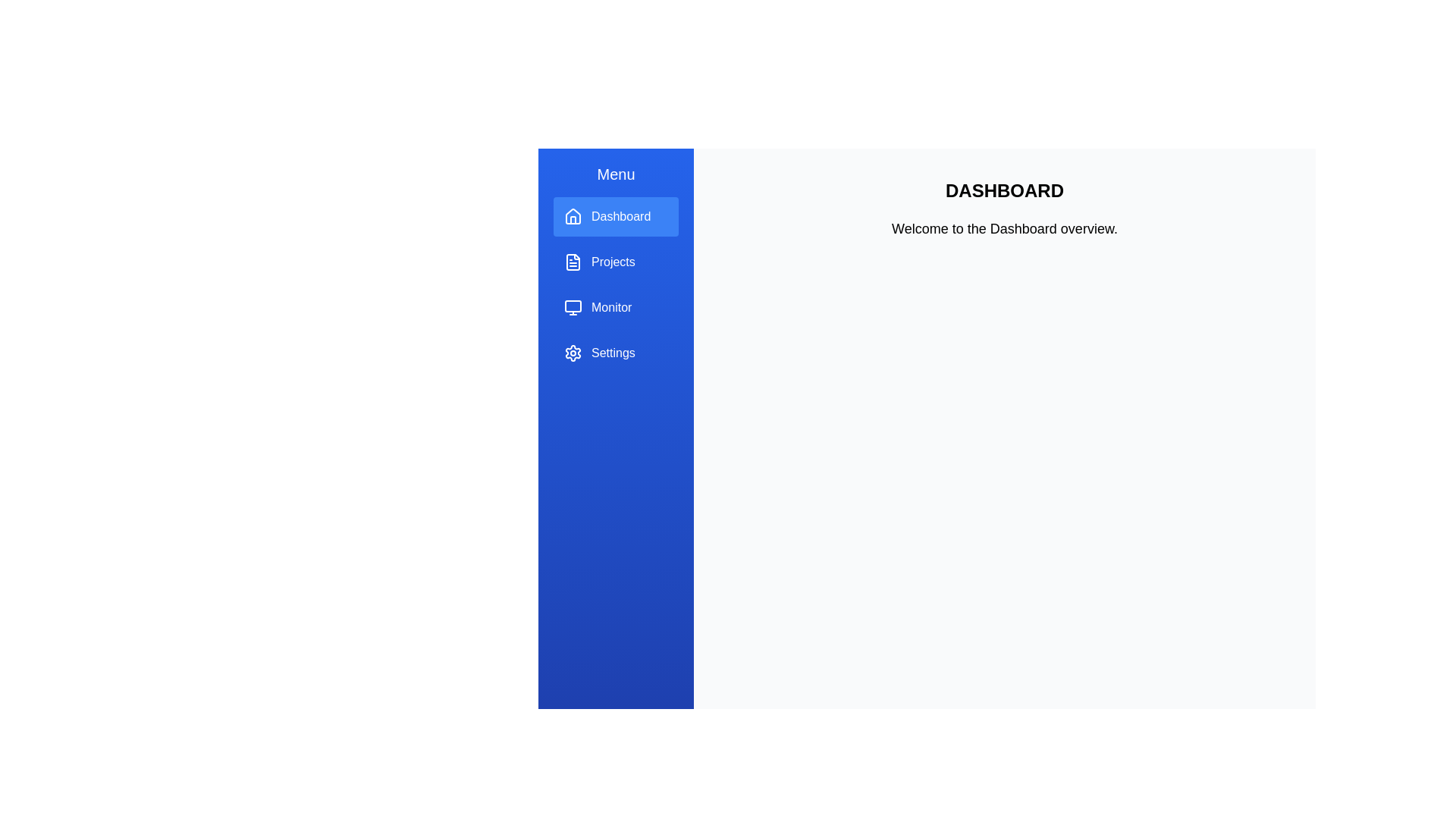 The width and height of the screenshot is (1456, 819). Describe the element at coordinates (572, 306) in the screenshot. I see `the SVG rectangle representing the 'Monitor' icon in the sidebar menu` at that location.